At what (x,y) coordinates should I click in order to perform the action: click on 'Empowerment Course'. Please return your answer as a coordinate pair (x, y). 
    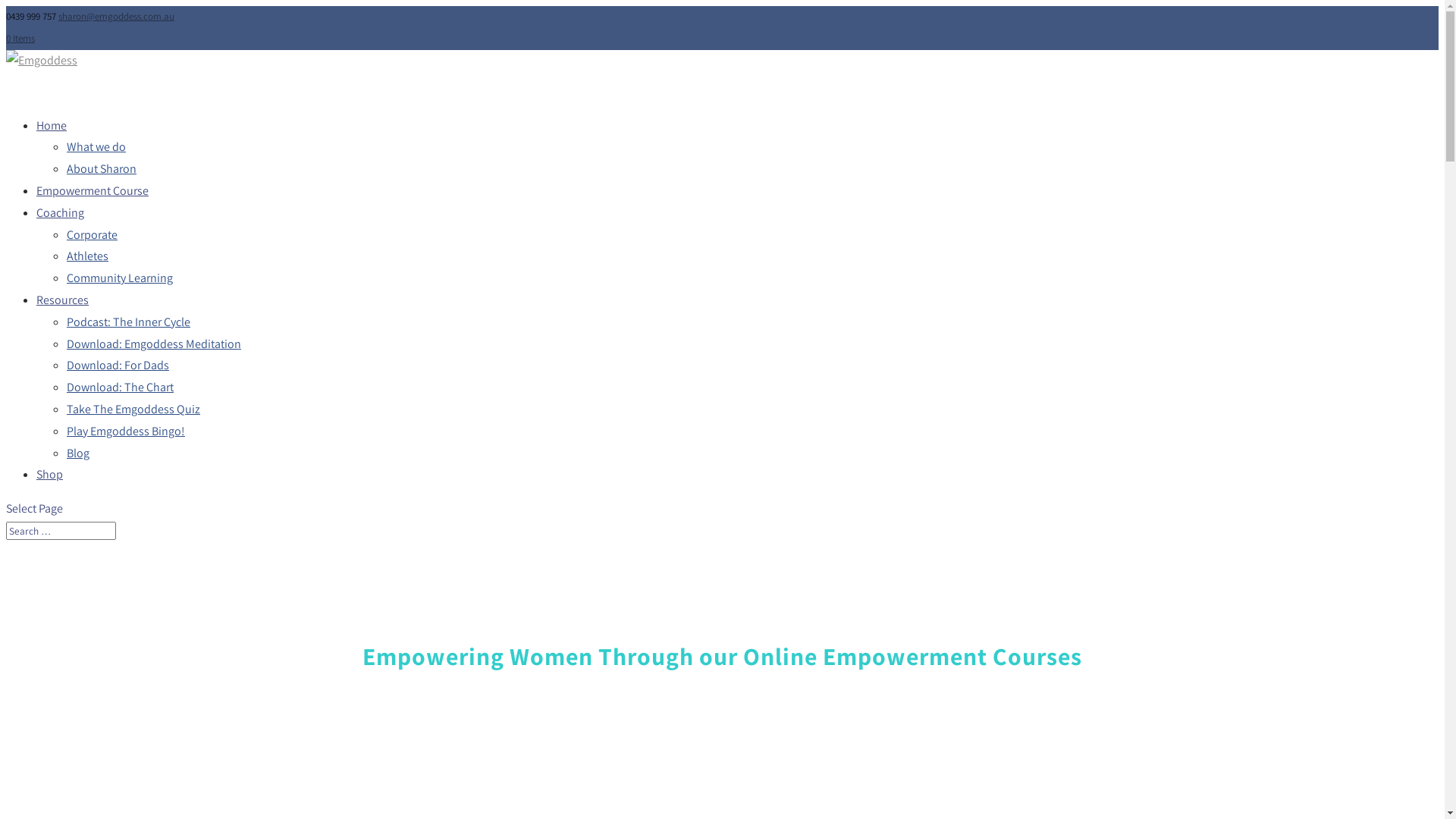
    Looking at the image, I should click on (91, 195).